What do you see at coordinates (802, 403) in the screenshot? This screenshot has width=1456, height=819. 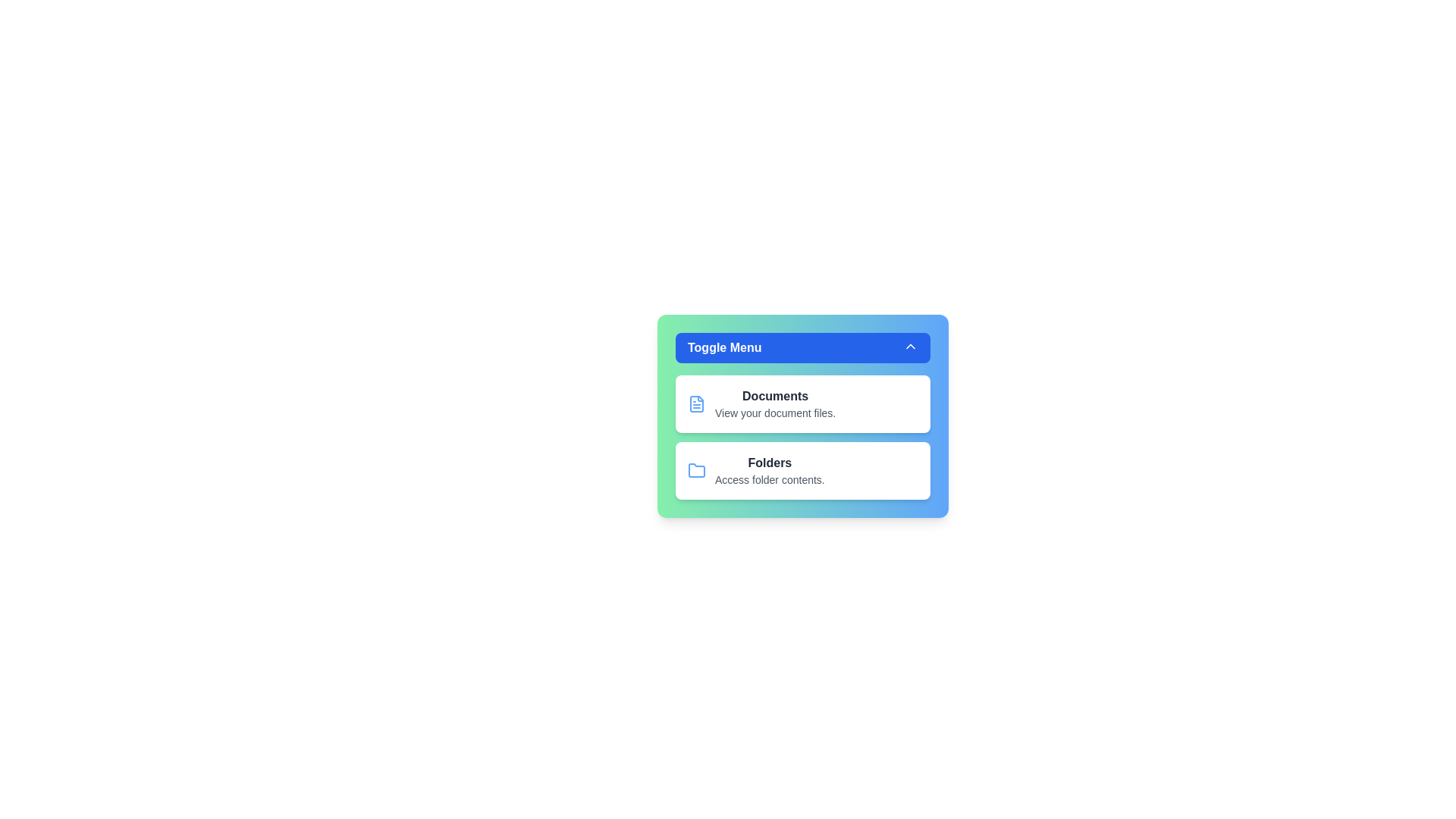 I see `the menu item Documents to trigger its action` at bounding box center [802, 403].